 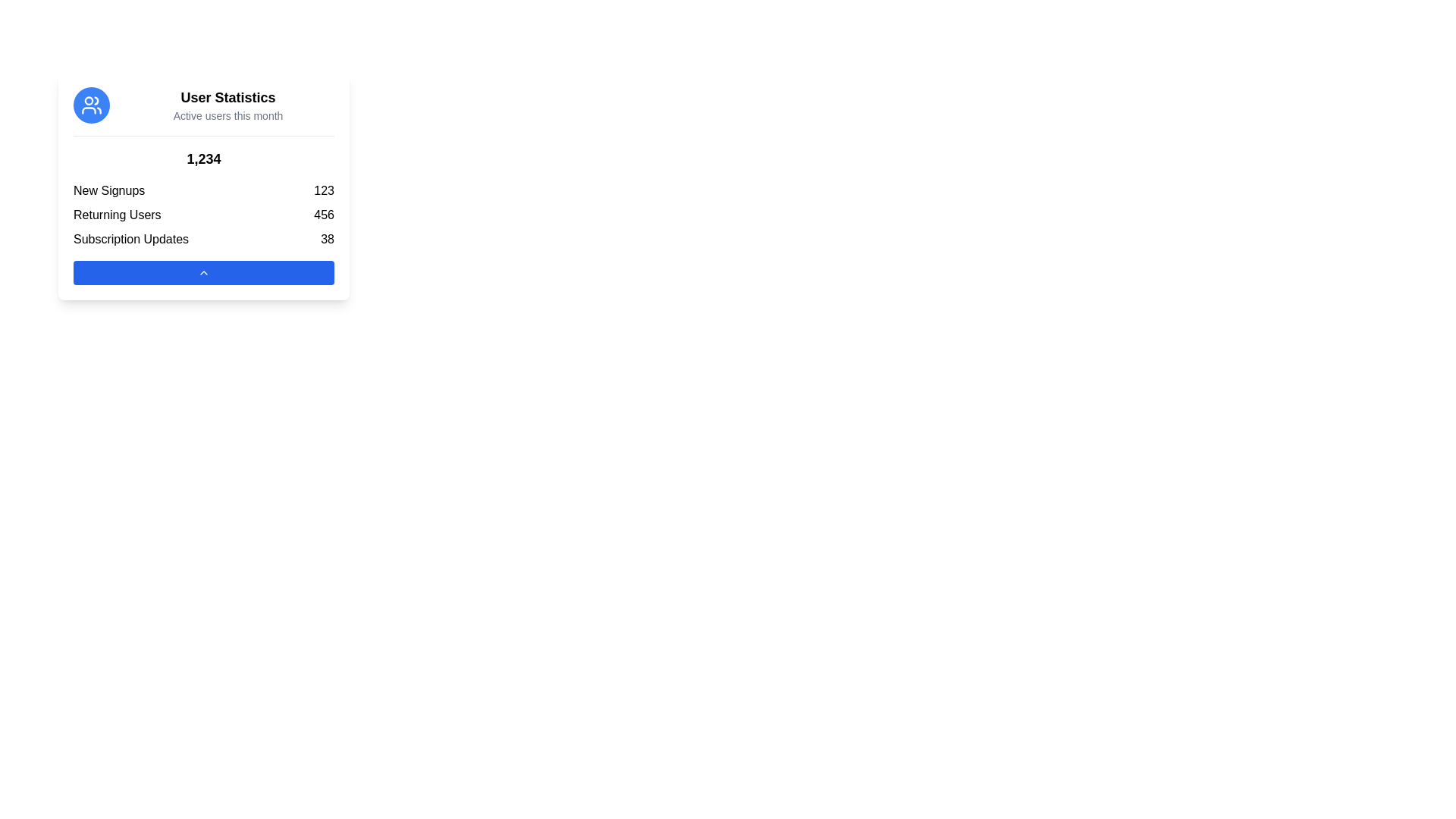 What do you see at coordinates (323, 190) in the screenshot?
I see `the numeric text '123' which is positioned to the right of the 'New Signups' label in the user statistics card` at bounding box center [323, 190].